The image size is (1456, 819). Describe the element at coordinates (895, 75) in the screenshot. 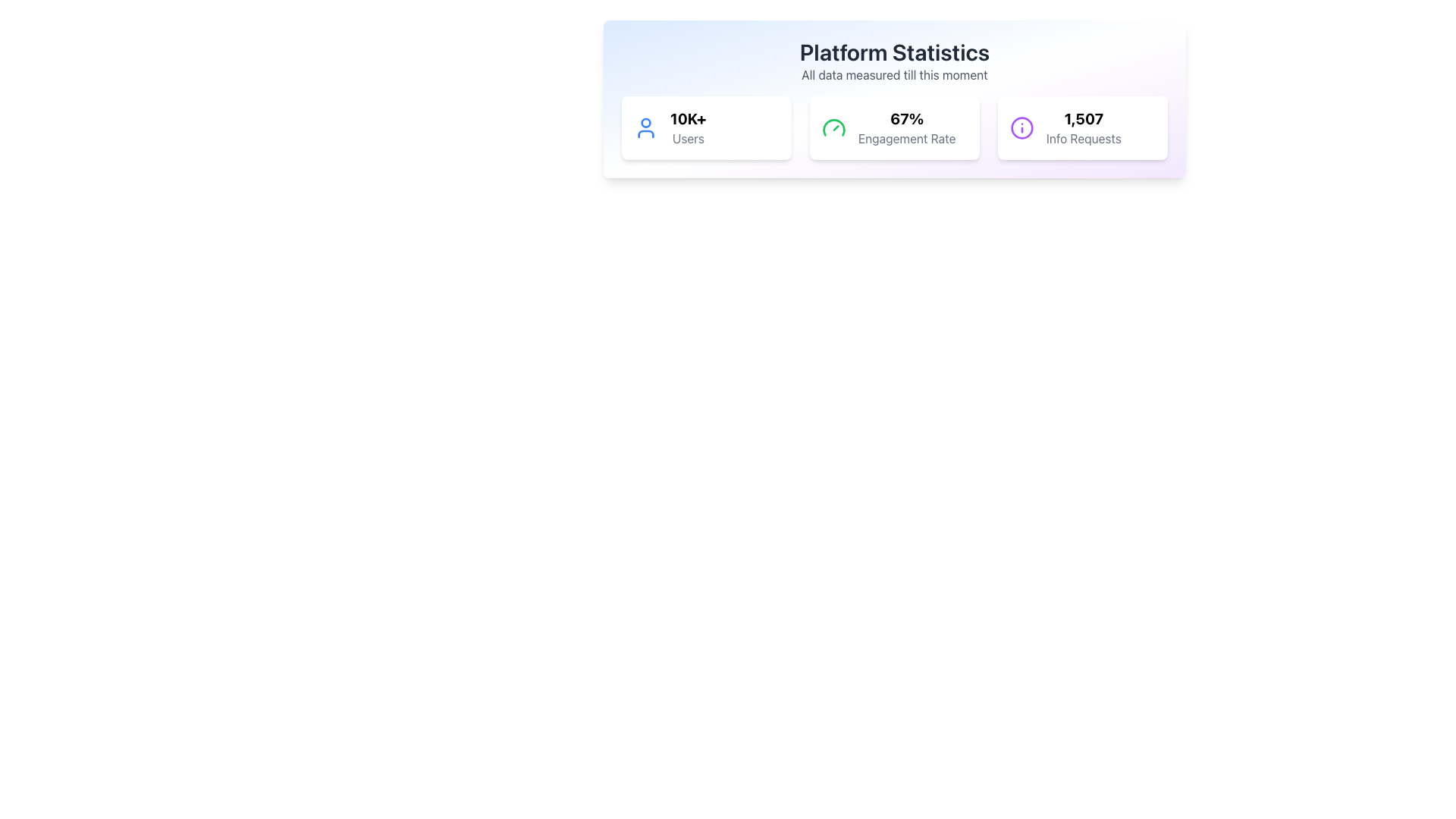

I see `the static text located immediately below the bold title 'Platform Statistics'` at that location.